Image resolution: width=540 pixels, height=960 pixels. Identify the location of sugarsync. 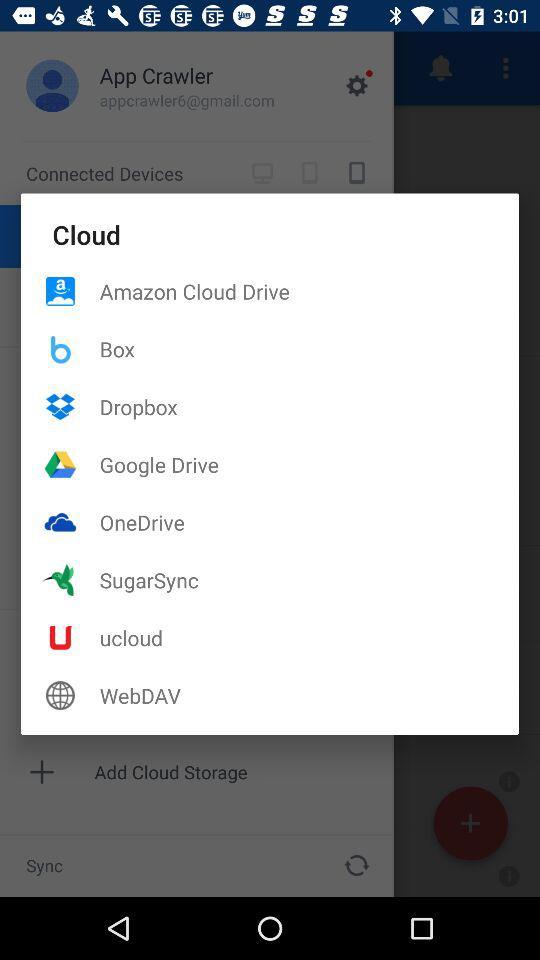
(309, 580).